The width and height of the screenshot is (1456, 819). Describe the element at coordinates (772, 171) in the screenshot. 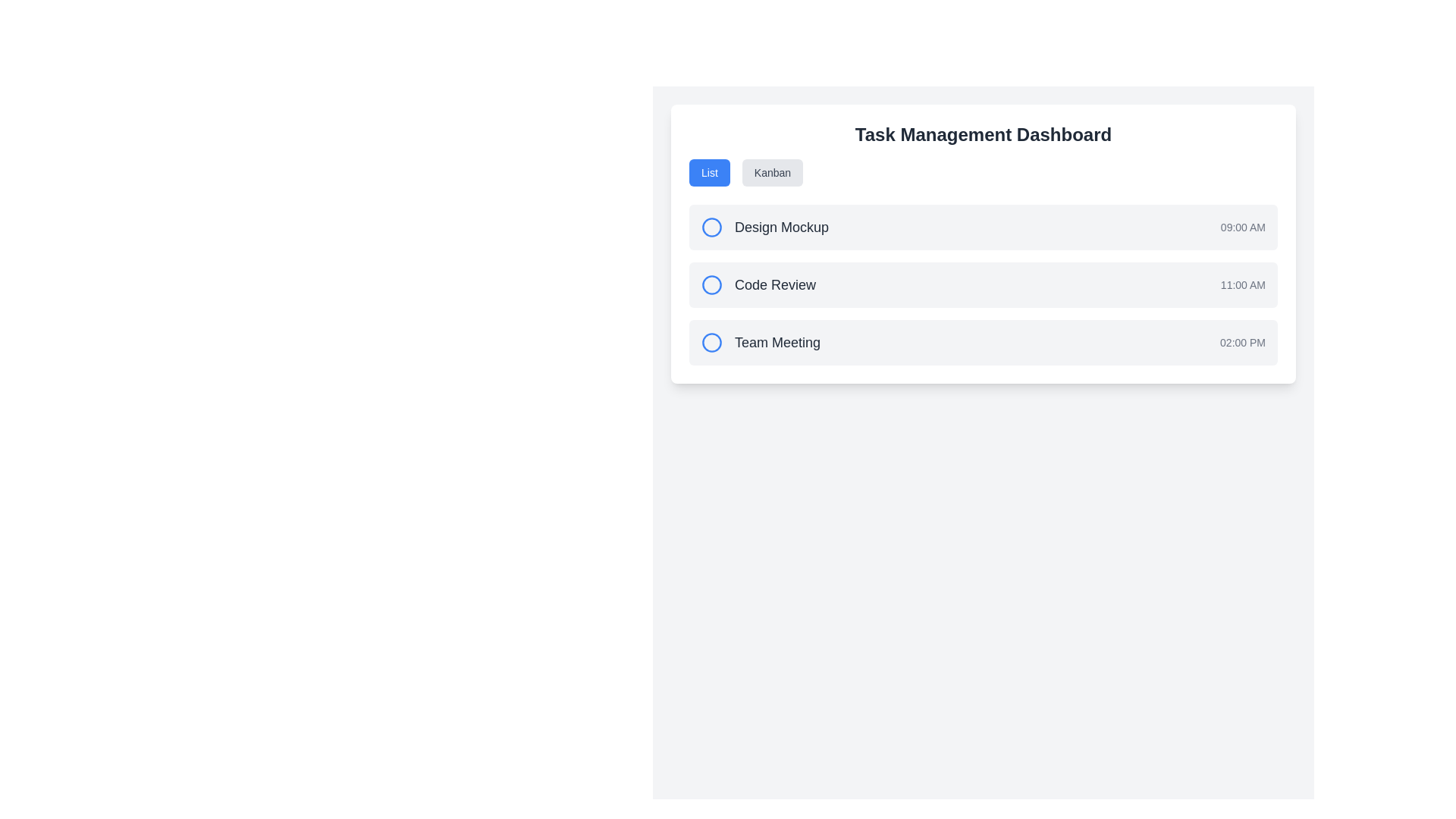

I see `the 'Kanban' button, which is a rectangular button with rounded corners and a light gray background, located to the right of the 'List' button on the task management dashboard, to switch to Kanban view` at that location.